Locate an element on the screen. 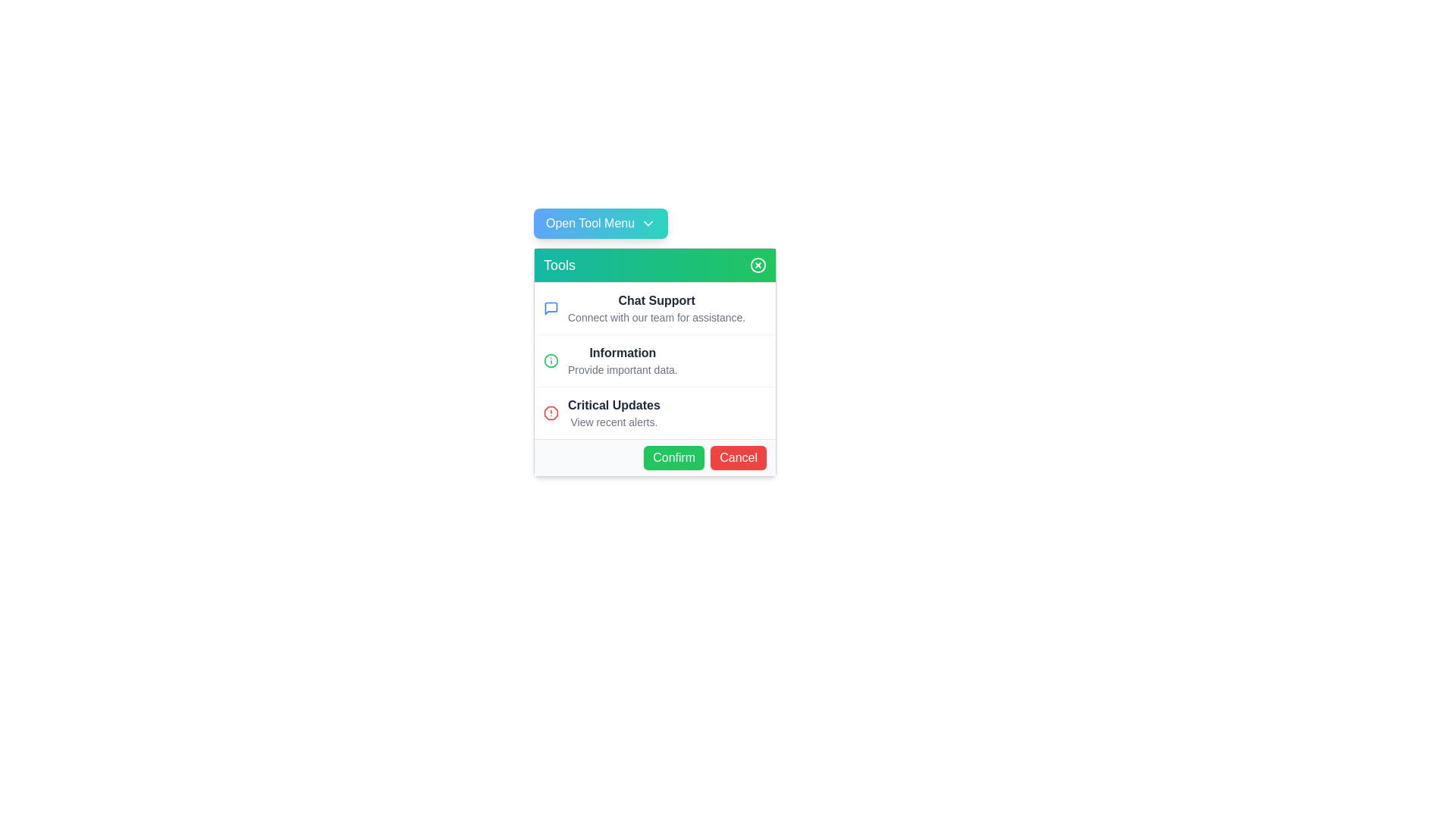 The image size is (1456, 819). the close button located at the top-right corner of the 'Tools' header section is located at coordinates (758, 265).